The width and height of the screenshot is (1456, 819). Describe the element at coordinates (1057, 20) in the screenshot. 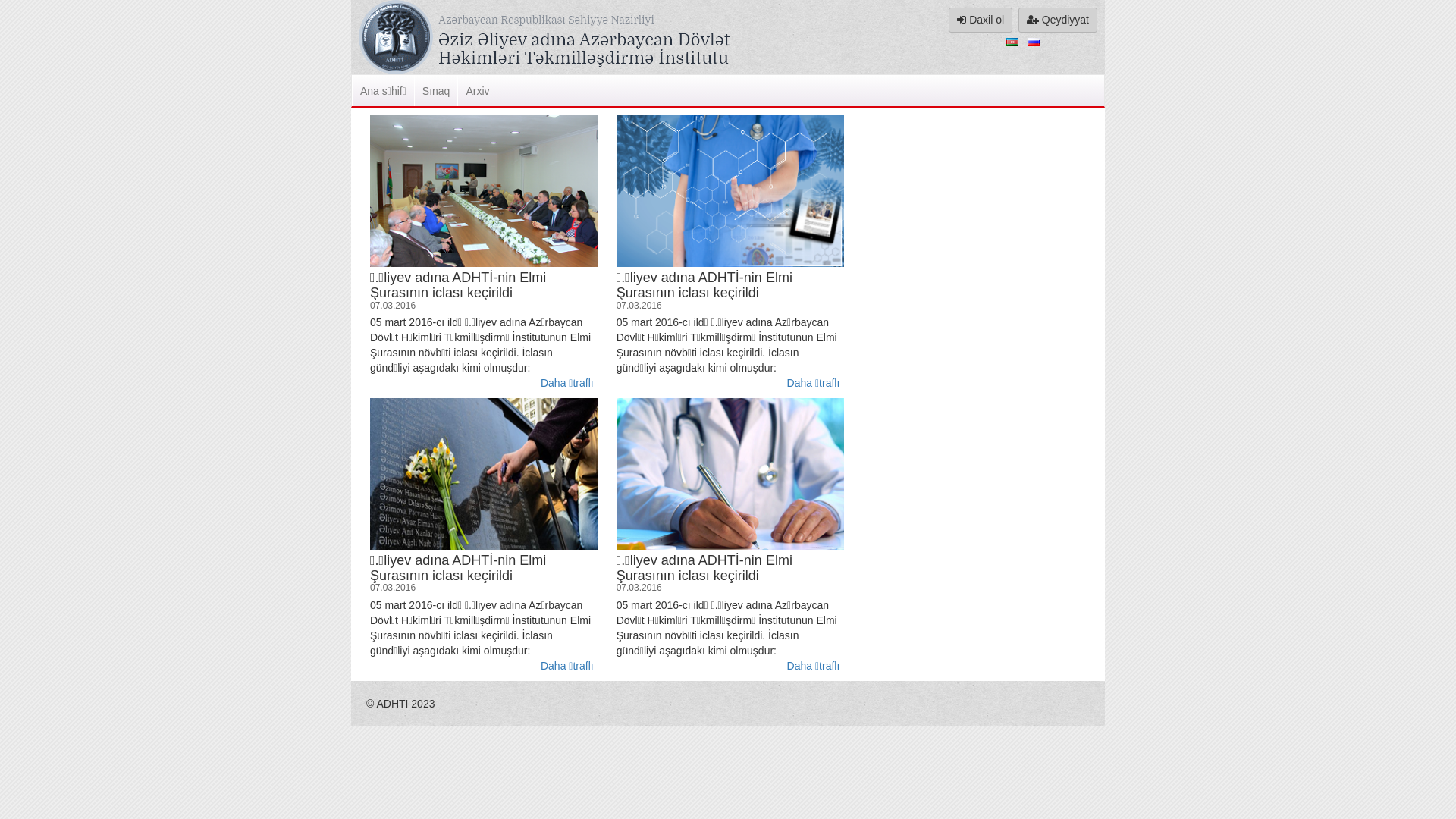

I see `' Qeydiyyat'` at that location.